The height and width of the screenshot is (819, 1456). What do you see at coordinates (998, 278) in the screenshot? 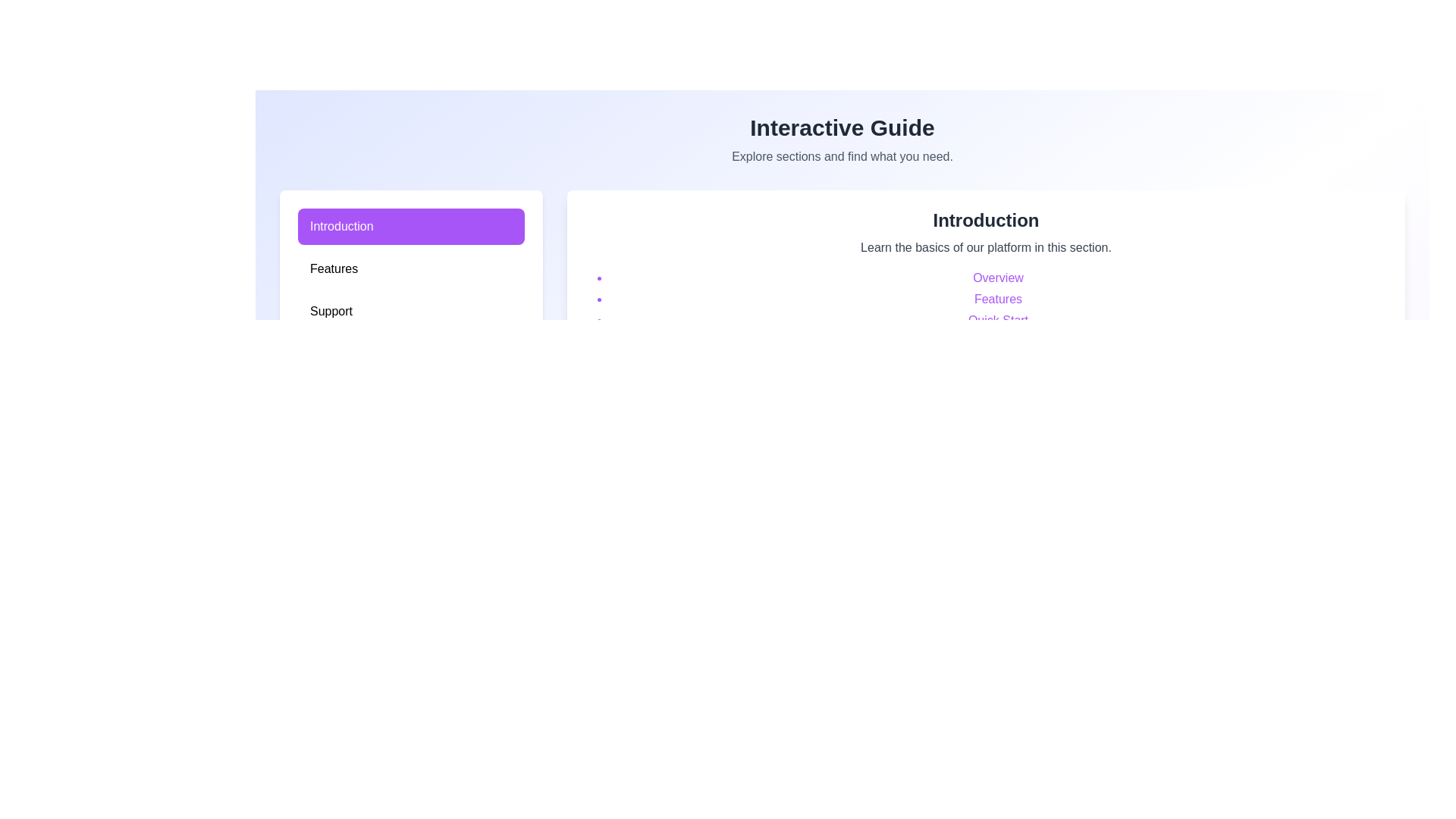
I see `the 'Overview' text label, which is the first item in the list under the 'Introduction' heading` at bounding box center [998, 278].